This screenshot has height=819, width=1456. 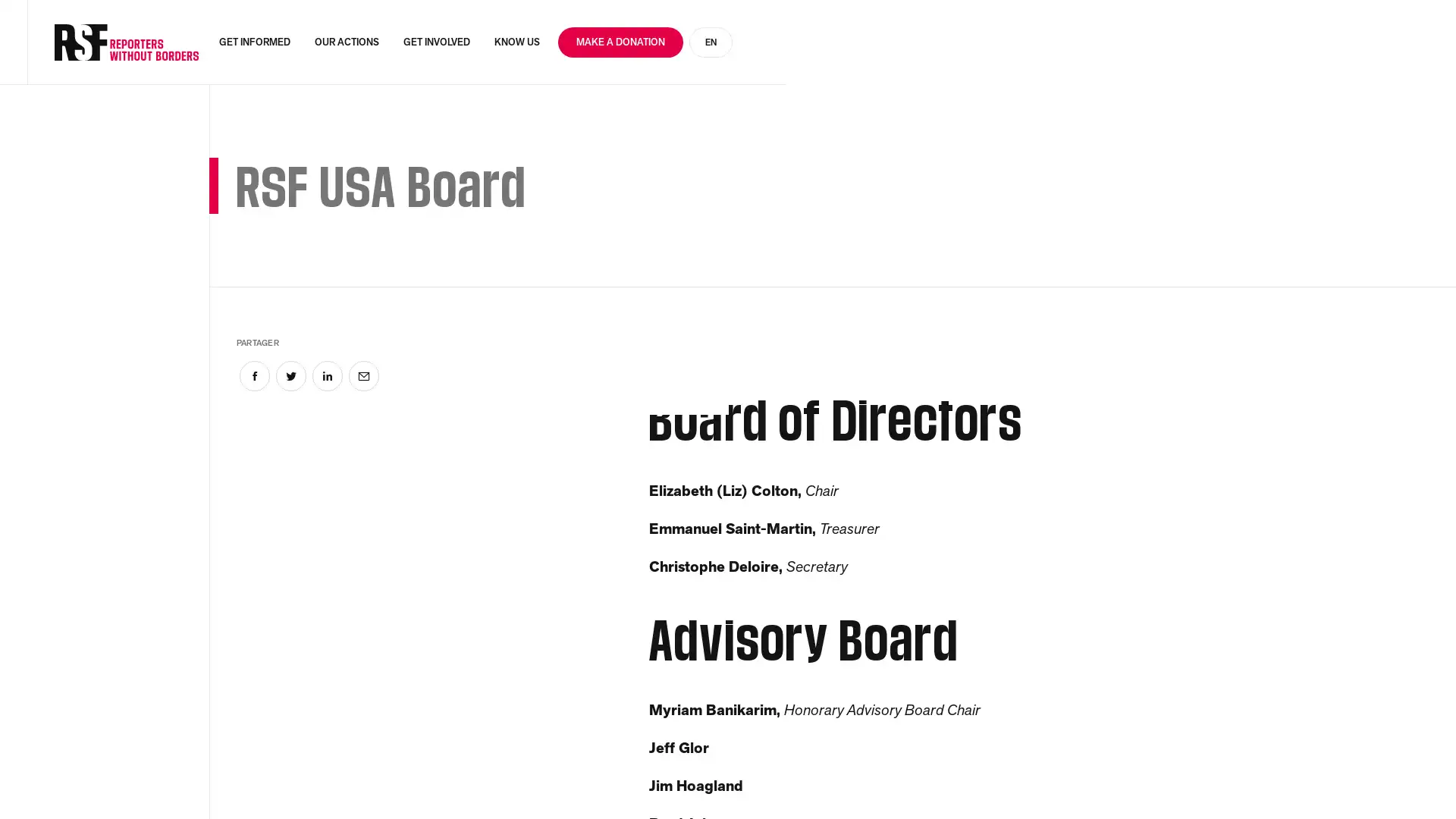 I want to click on Refuse everything, so click(x=1082, y=780).